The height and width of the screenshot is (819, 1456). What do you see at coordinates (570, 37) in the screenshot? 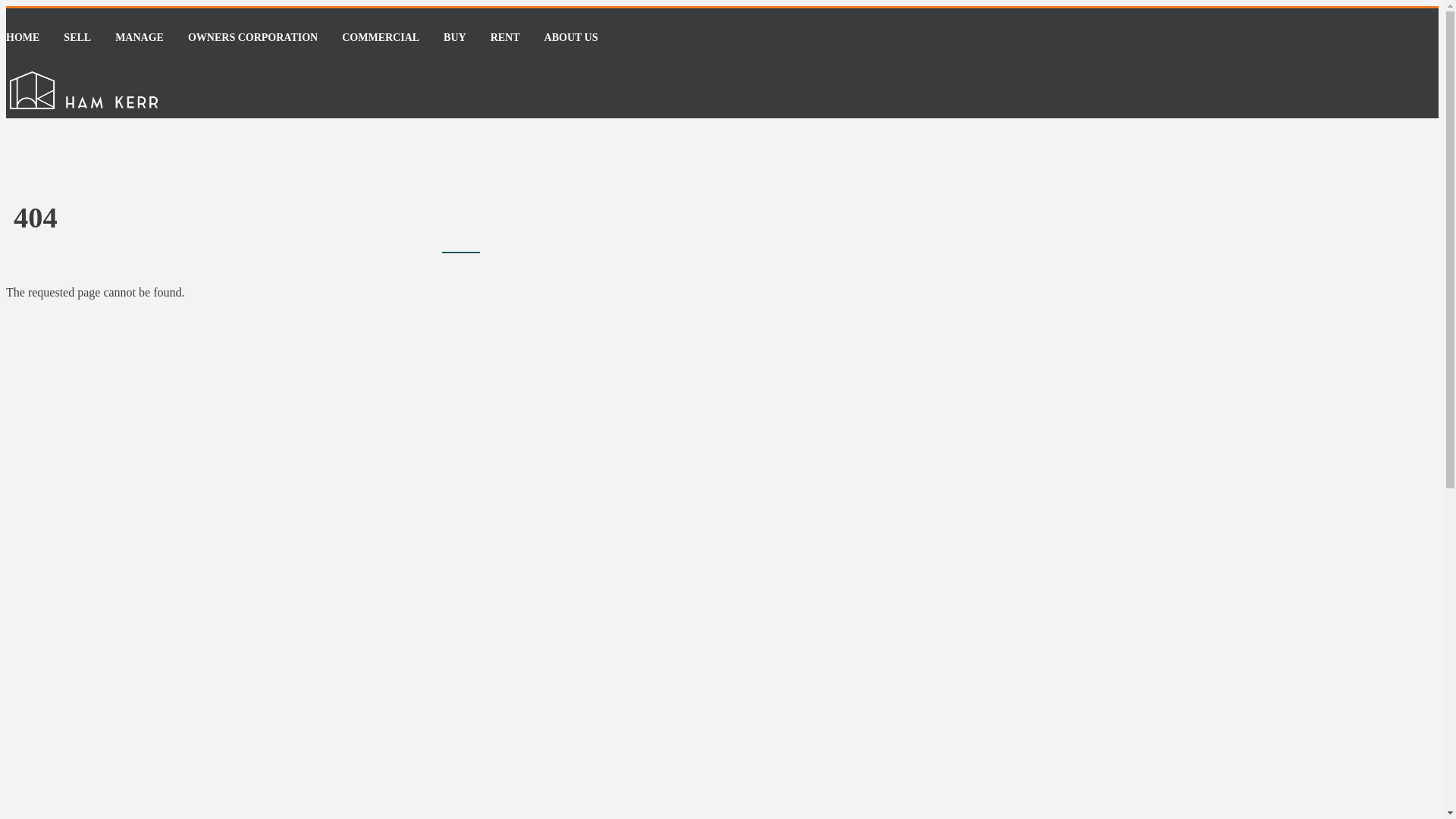
I see `'ABOUT US'` at bounding box center [570, 37].